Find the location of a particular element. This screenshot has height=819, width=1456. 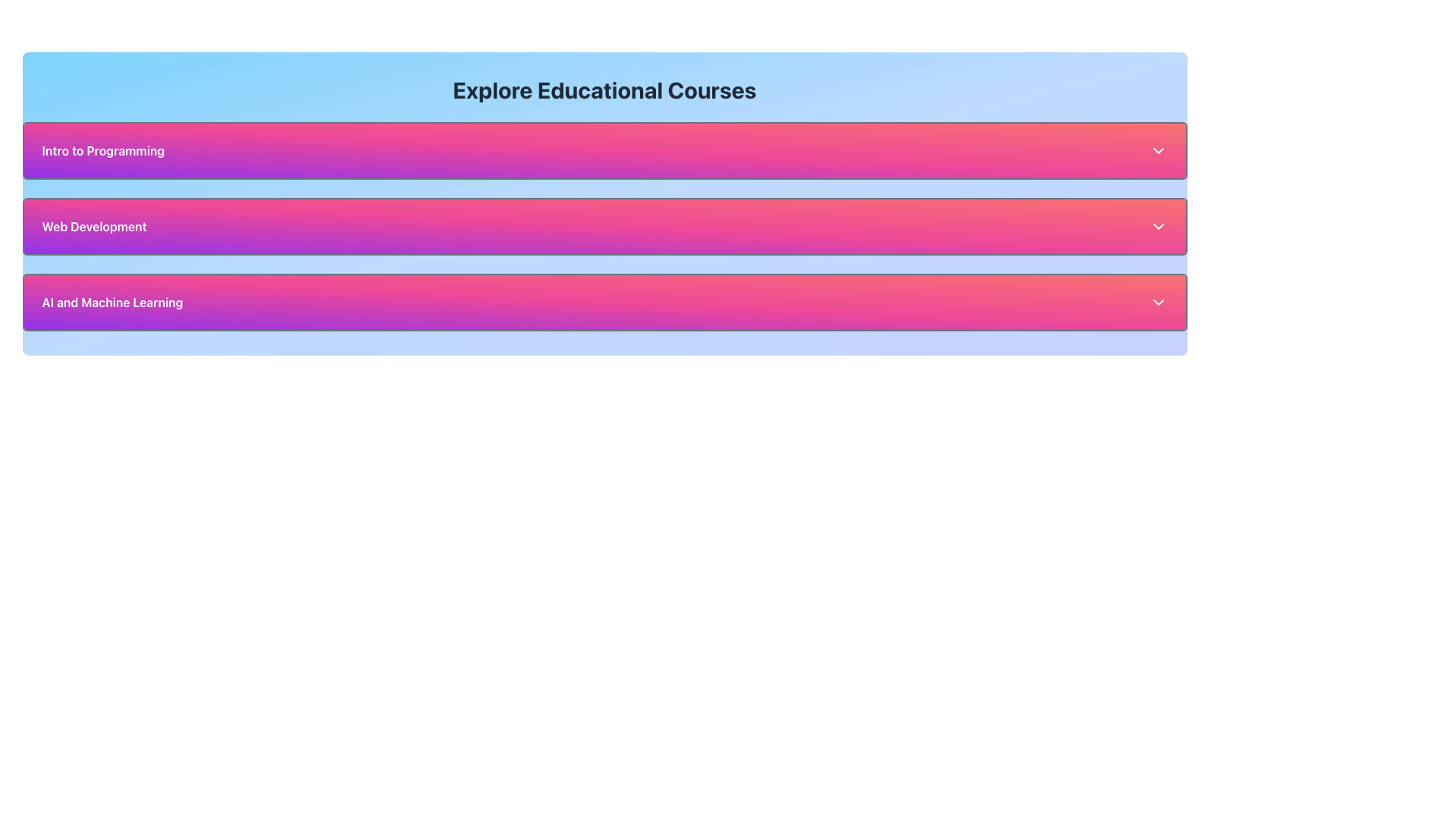

the downward-pointing chevron icon next to the 'Web Development' text is located at coordinates (1157, 227).